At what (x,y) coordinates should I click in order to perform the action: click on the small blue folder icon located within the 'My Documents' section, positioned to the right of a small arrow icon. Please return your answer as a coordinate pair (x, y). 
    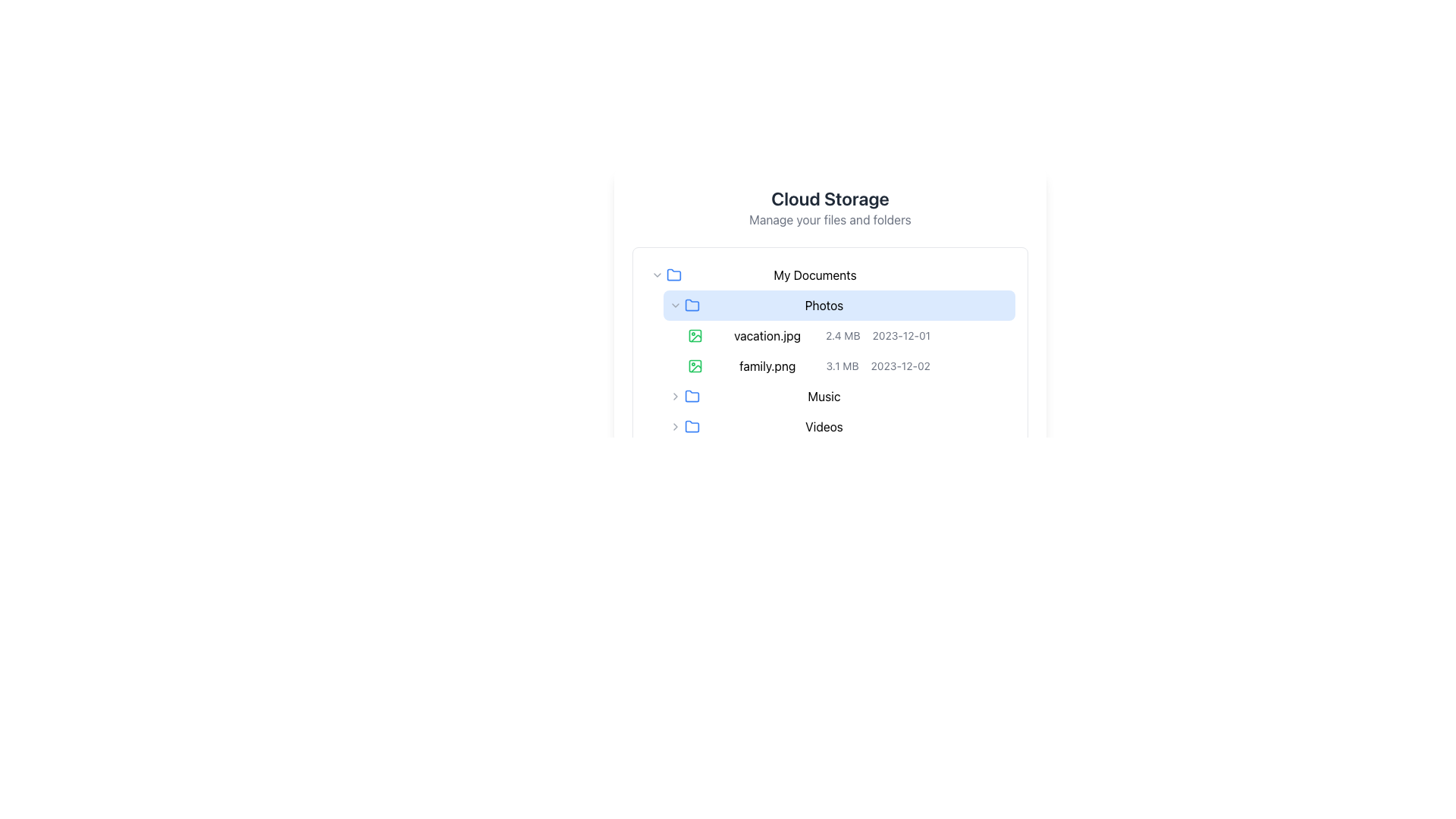
    Looking at the image, I should click on (673, 275).